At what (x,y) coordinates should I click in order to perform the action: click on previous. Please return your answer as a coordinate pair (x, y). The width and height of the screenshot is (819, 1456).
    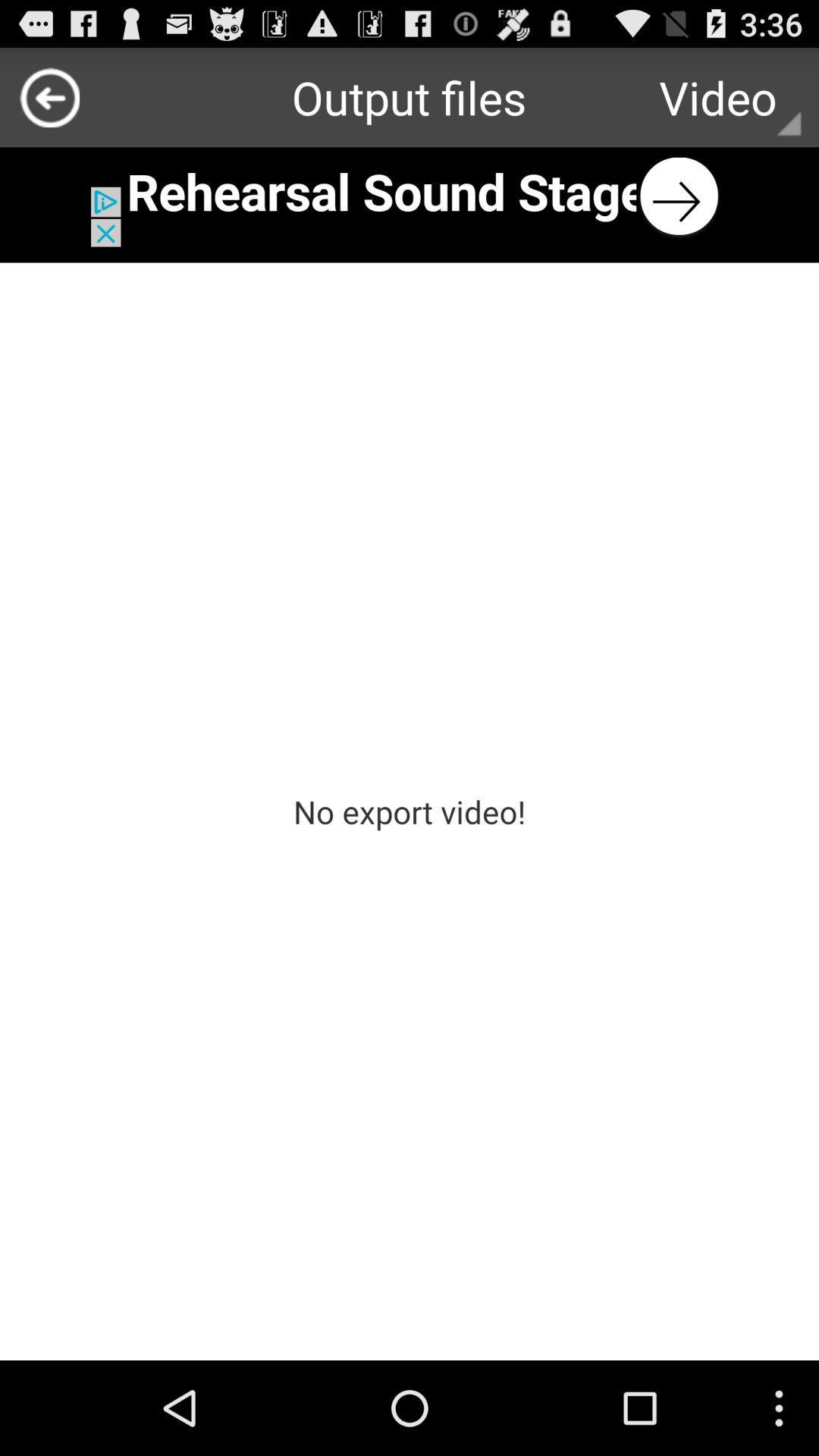
    Looking at the image, I should click on (49, 96).